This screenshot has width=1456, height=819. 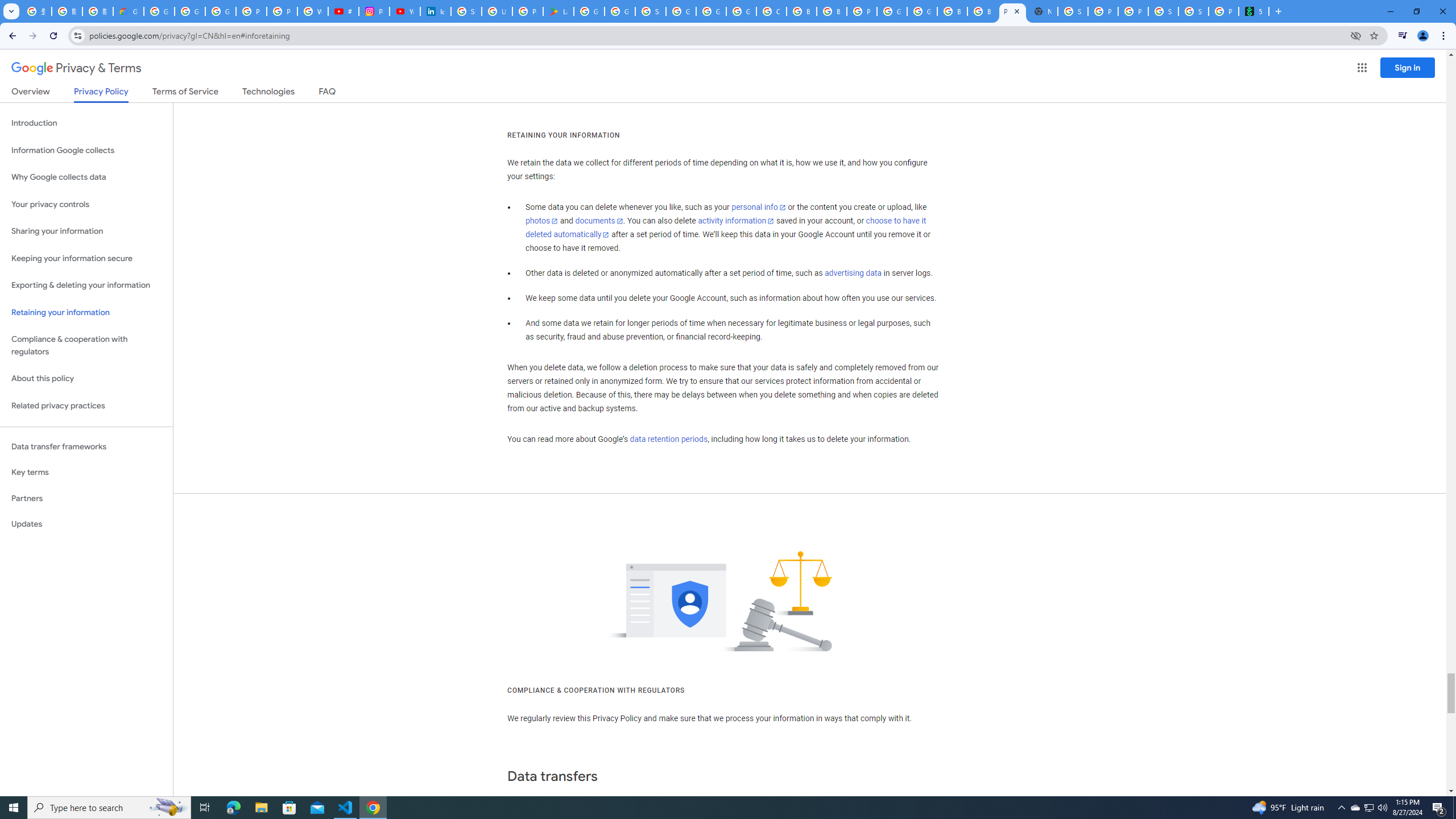 What do you see at coordinates (922, 11) in the screenshot?
I see `'Google Cloud Platform'` at bounding box center [922, 11].